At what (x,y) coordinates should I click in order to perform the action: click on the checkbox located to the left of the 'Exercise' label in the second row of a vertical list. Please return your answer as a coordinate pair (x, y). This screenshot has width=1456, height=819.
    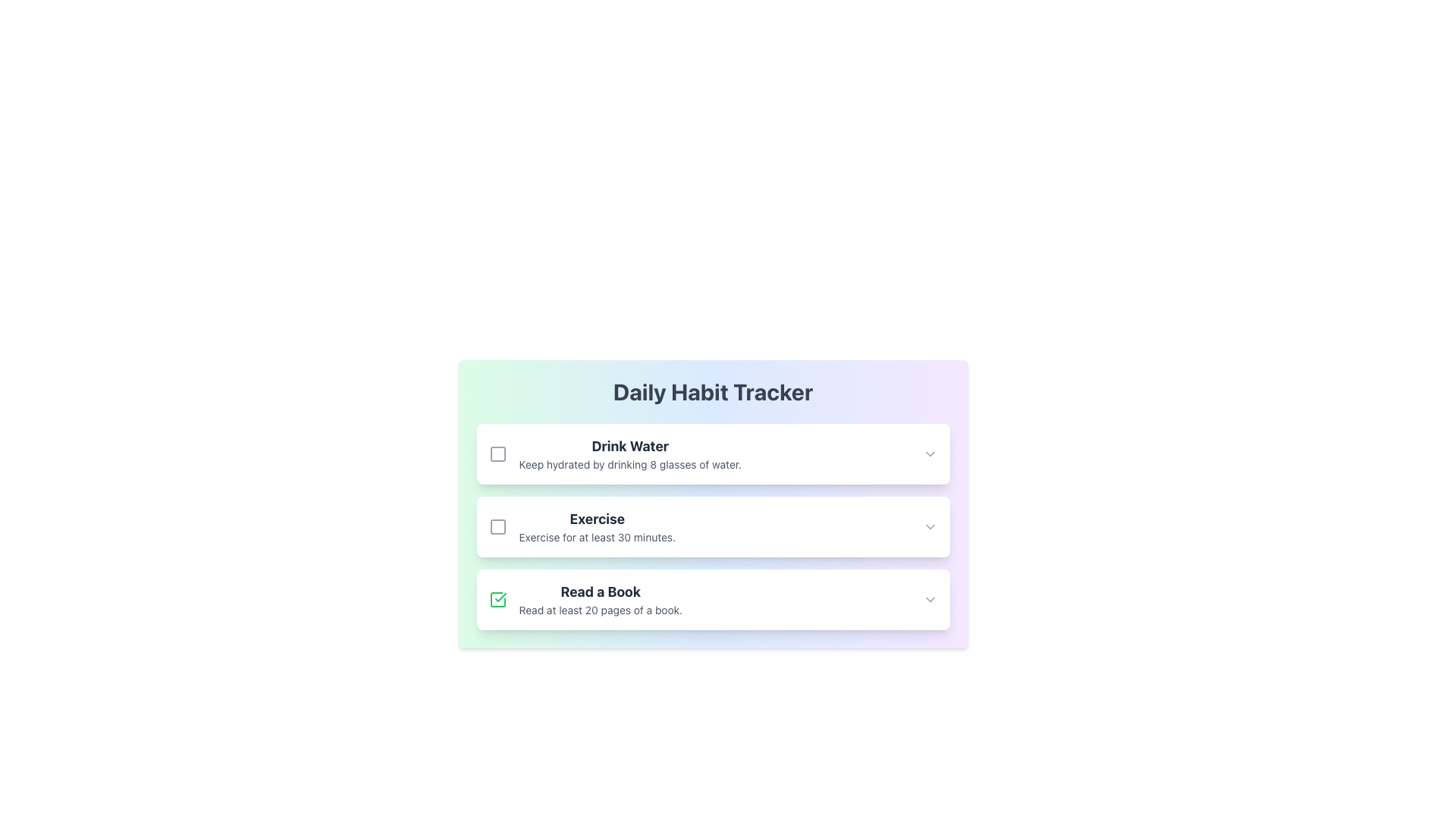
    Looking at the image, I should click on (497, 526).